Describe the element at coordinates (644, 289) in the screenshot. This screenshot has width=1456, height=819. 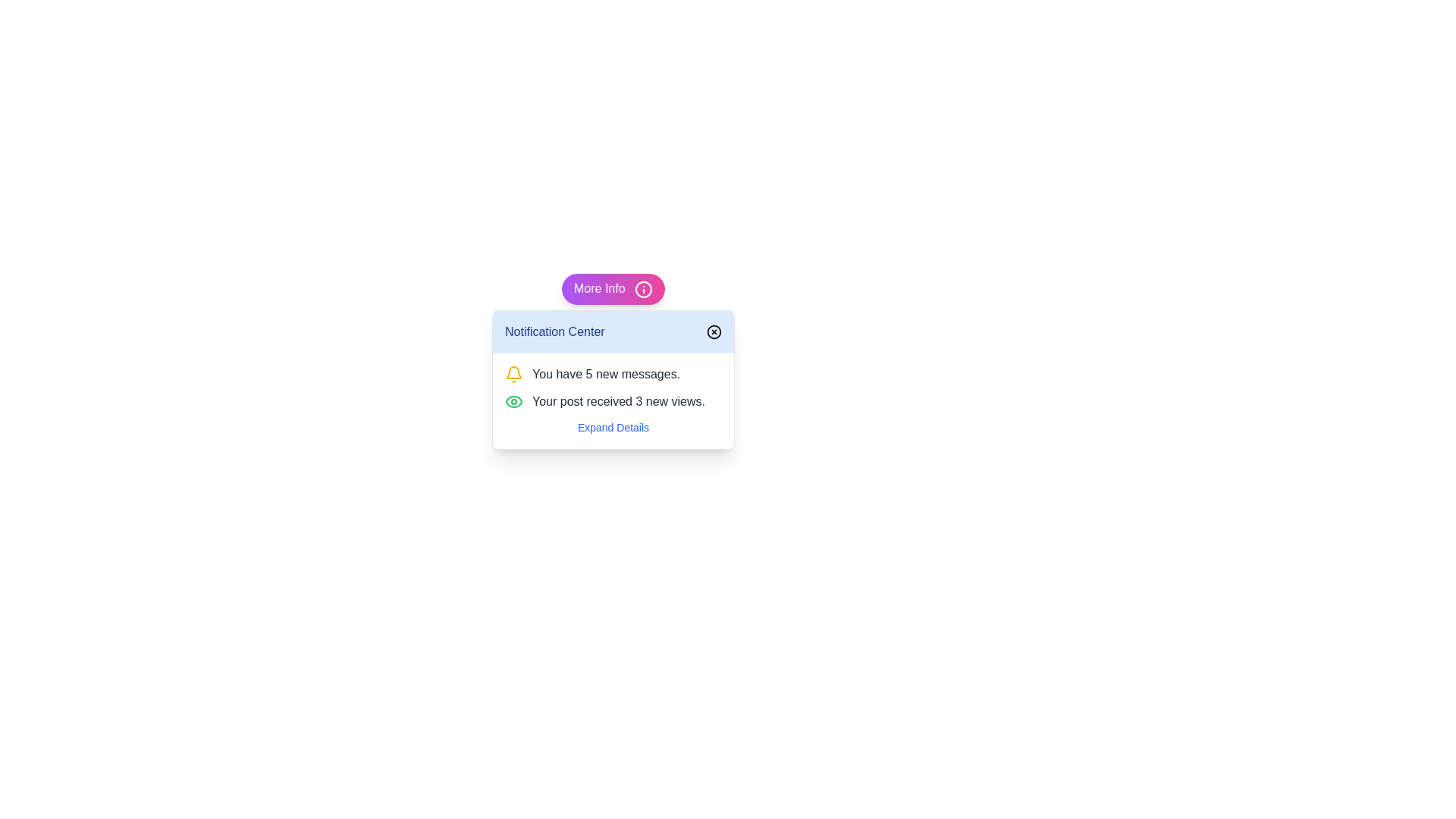
I see `the information icon, which is a minimalist SVG representation located to the right of the 'More Info' text within a gradient-styled button` at that location.